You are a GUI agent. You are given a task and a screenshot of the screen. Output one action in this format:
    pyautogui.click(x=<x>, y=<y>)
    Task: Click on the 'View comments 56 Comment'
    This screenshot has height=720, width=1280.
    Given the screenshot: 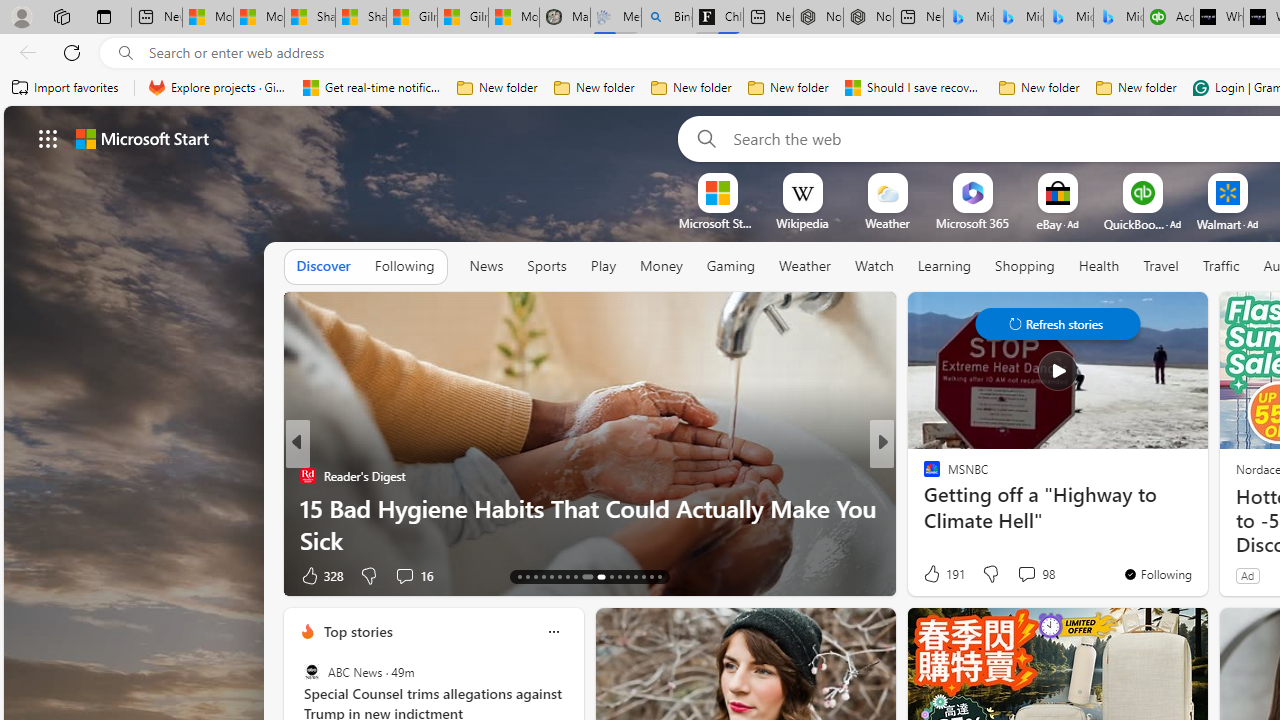 What is the action you would take?
    pyautogui.click(x=1020, y=575)
    